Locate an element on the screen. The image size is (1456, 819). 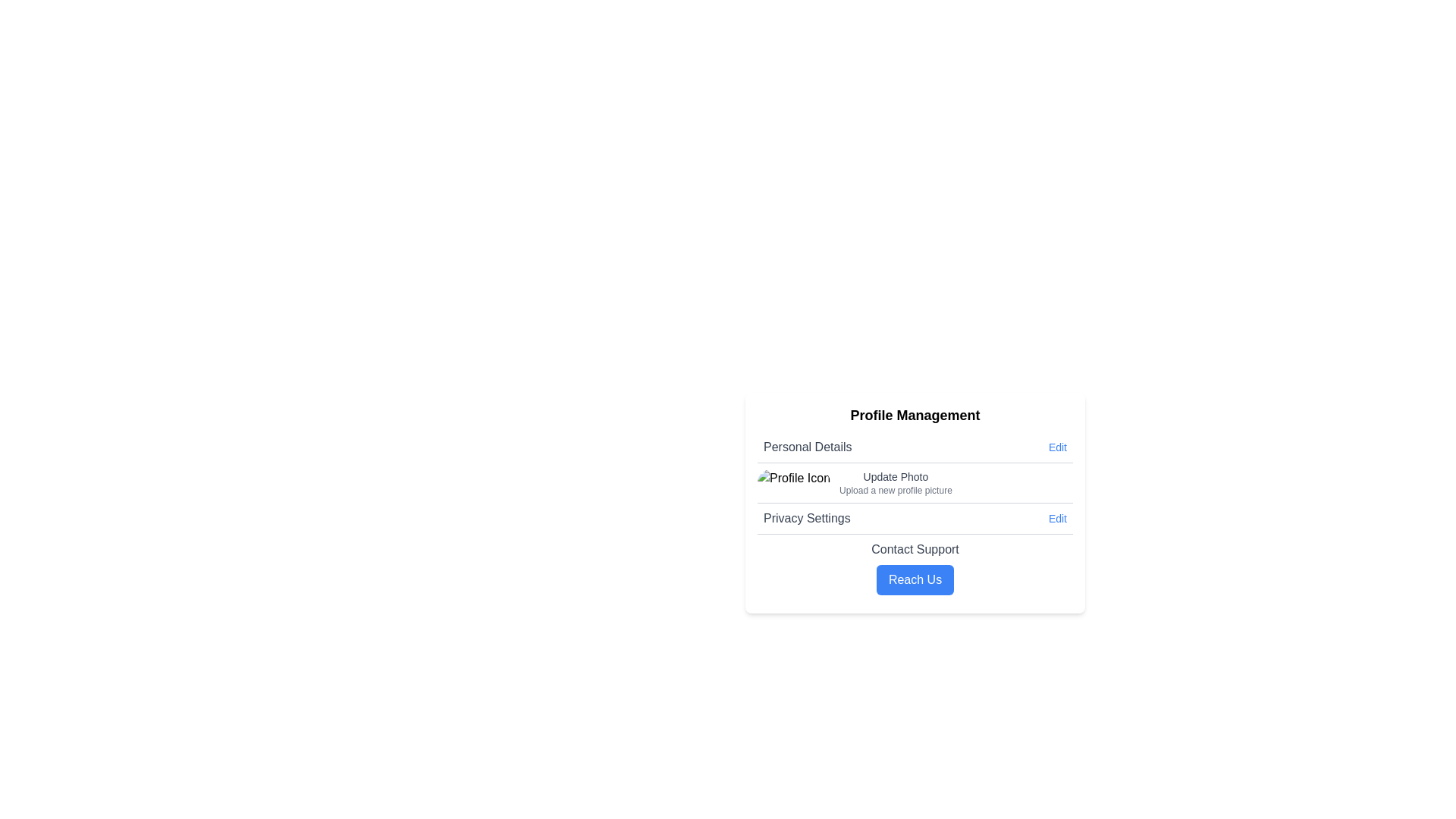
the circular profile image placeholder with the alternative text 'Profile Icon' is located at coordinates (792, 482).